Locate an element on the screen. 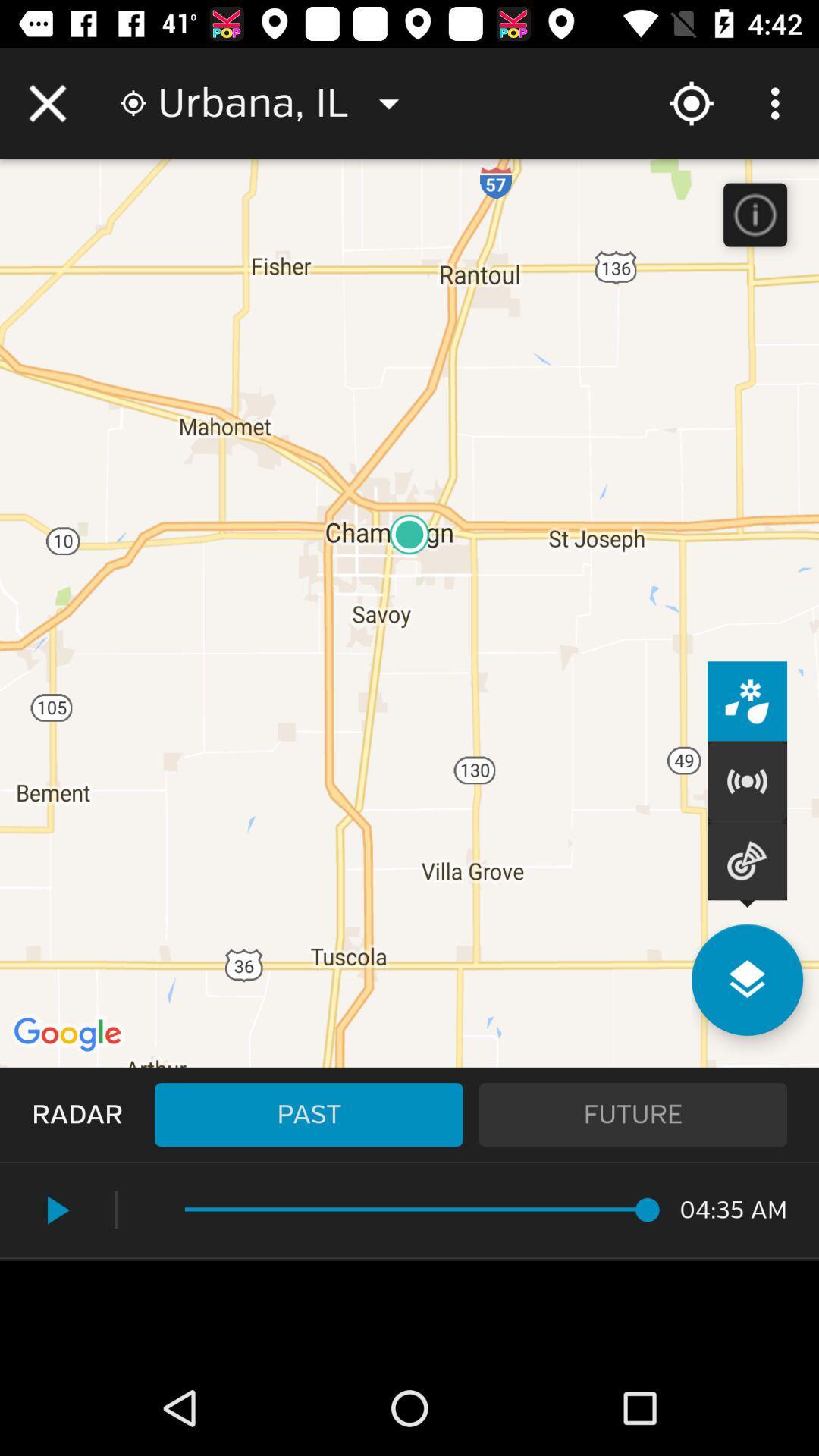  the item above the future is located at coordinates (746, 980).